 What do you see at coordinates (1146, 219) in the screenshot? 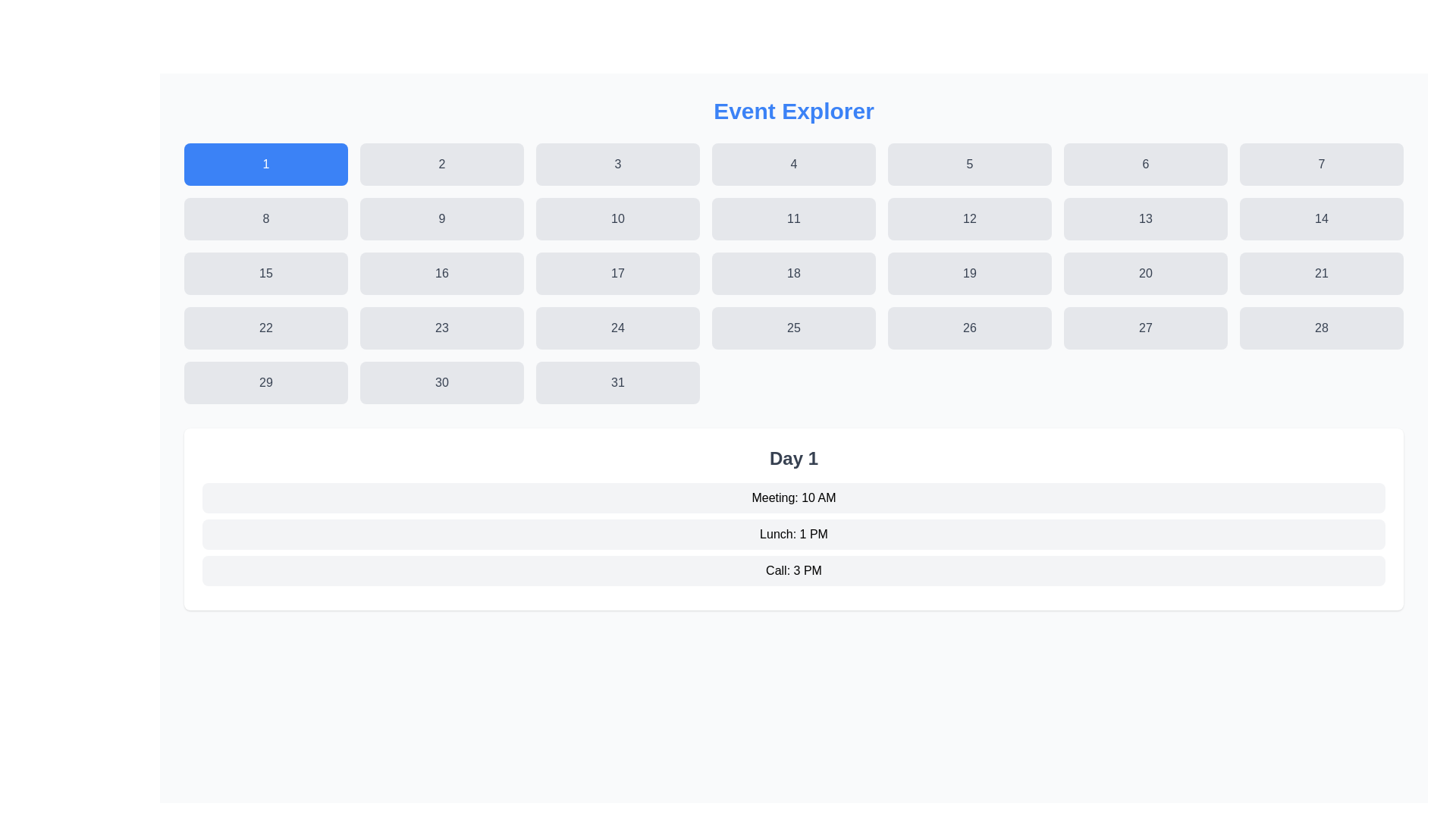
I see `the button representing the date option located in the second row, sixth column of the grid layout` at bounding box center [1146, 219].